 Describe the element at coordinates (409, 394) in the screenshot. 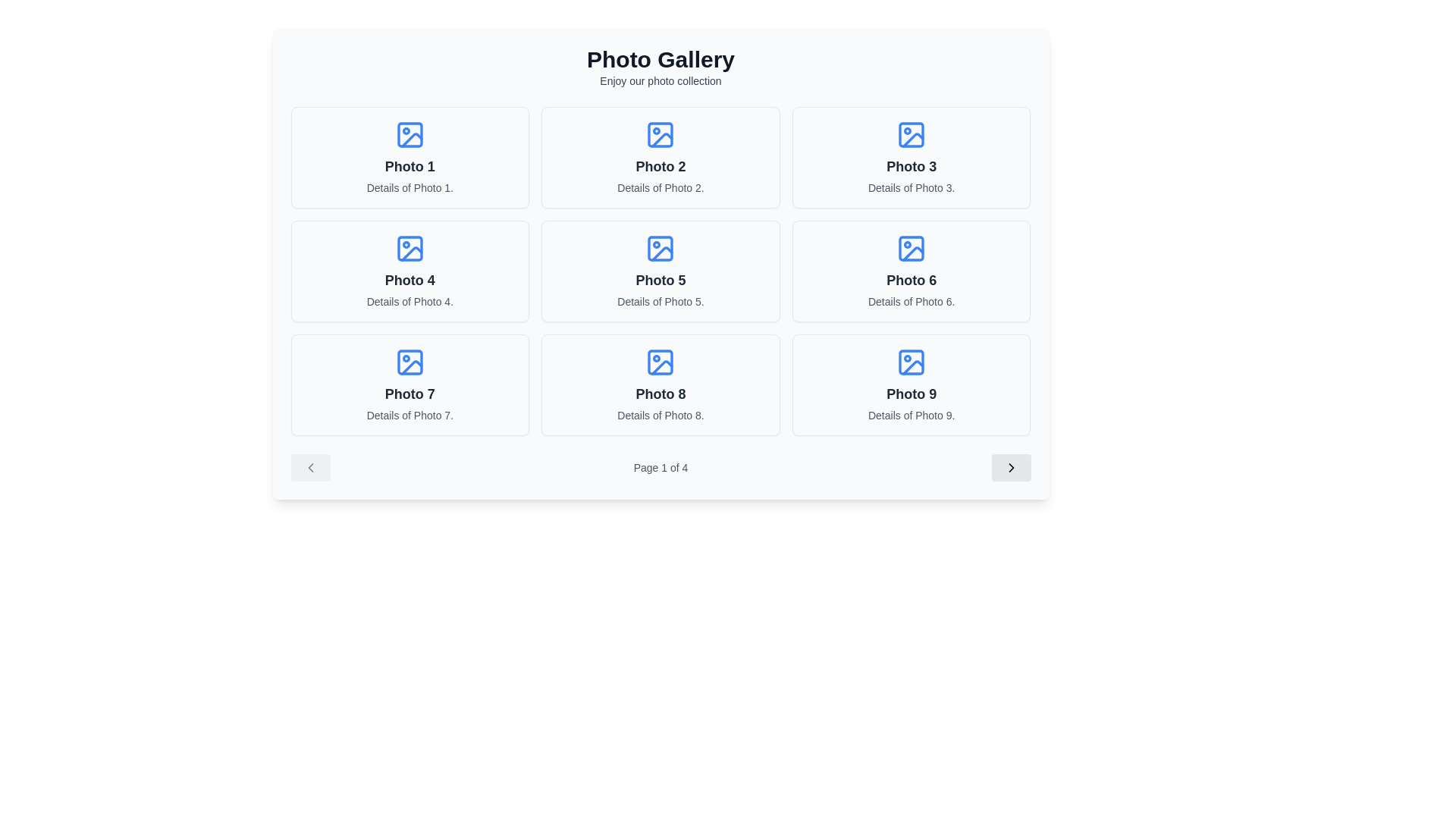

I see `the text label indicating 'Photo 7', which is the title of the card located in the bottom row of the grid layout, beneath the blue icon` at that location.